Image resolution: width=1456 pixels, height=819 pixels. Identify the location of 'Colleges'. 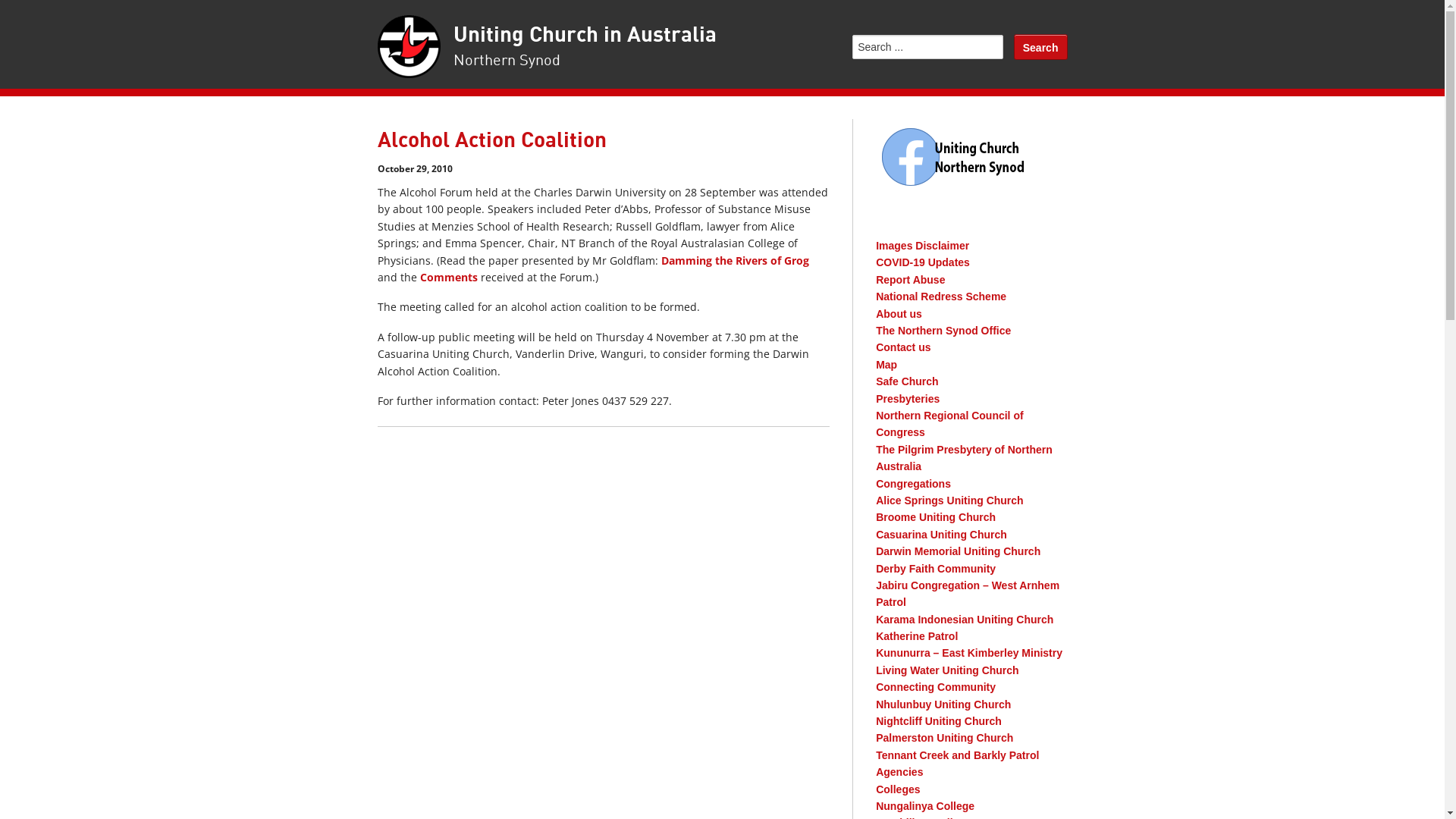
(898, 789).